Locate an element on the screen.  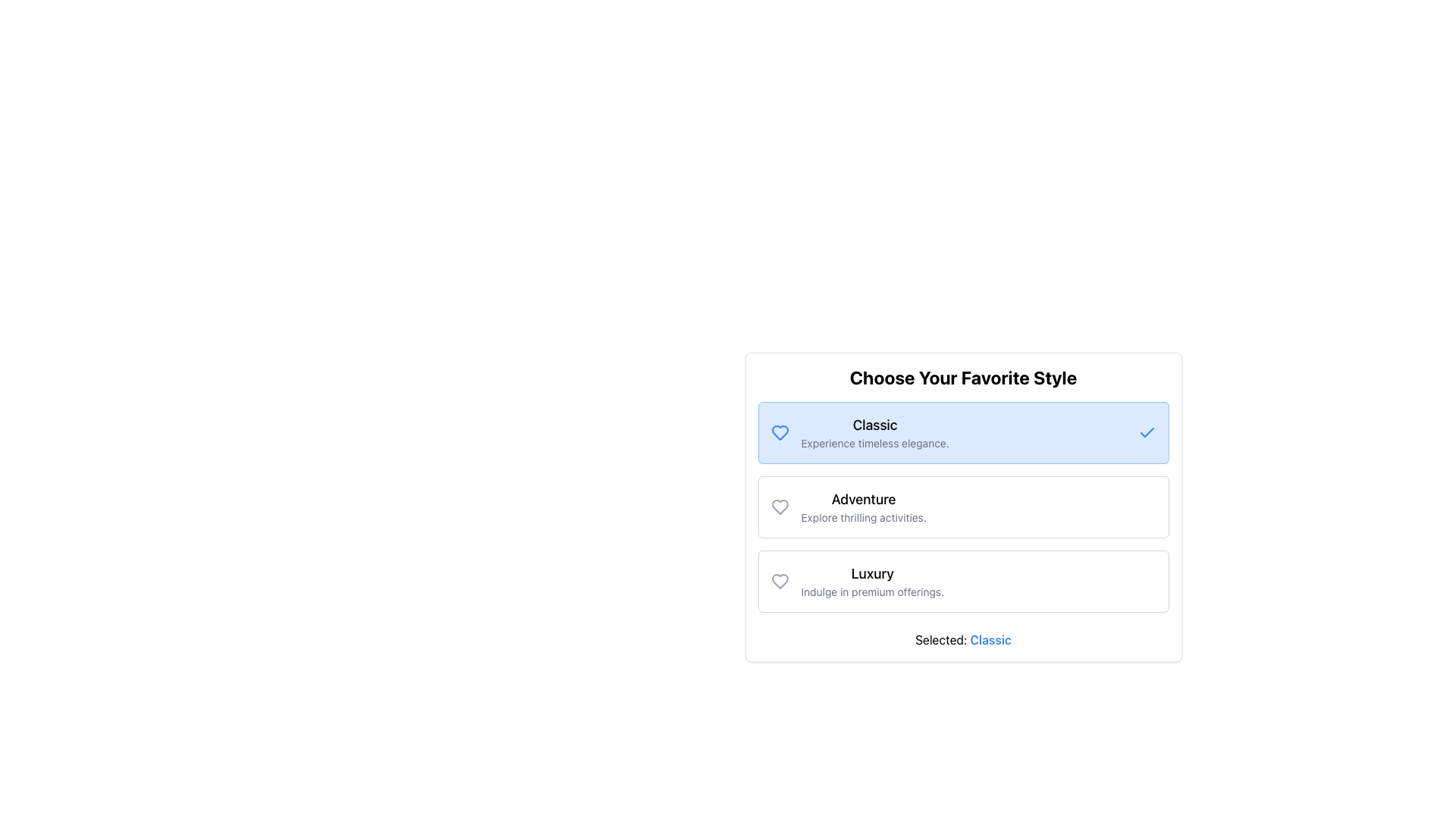
the Text Display element that features a bold title 'Luxury' and a description 'Indulge in premium offerings.', which is located in the third card of a vertically stacked list is located at coordinates (872, 581).